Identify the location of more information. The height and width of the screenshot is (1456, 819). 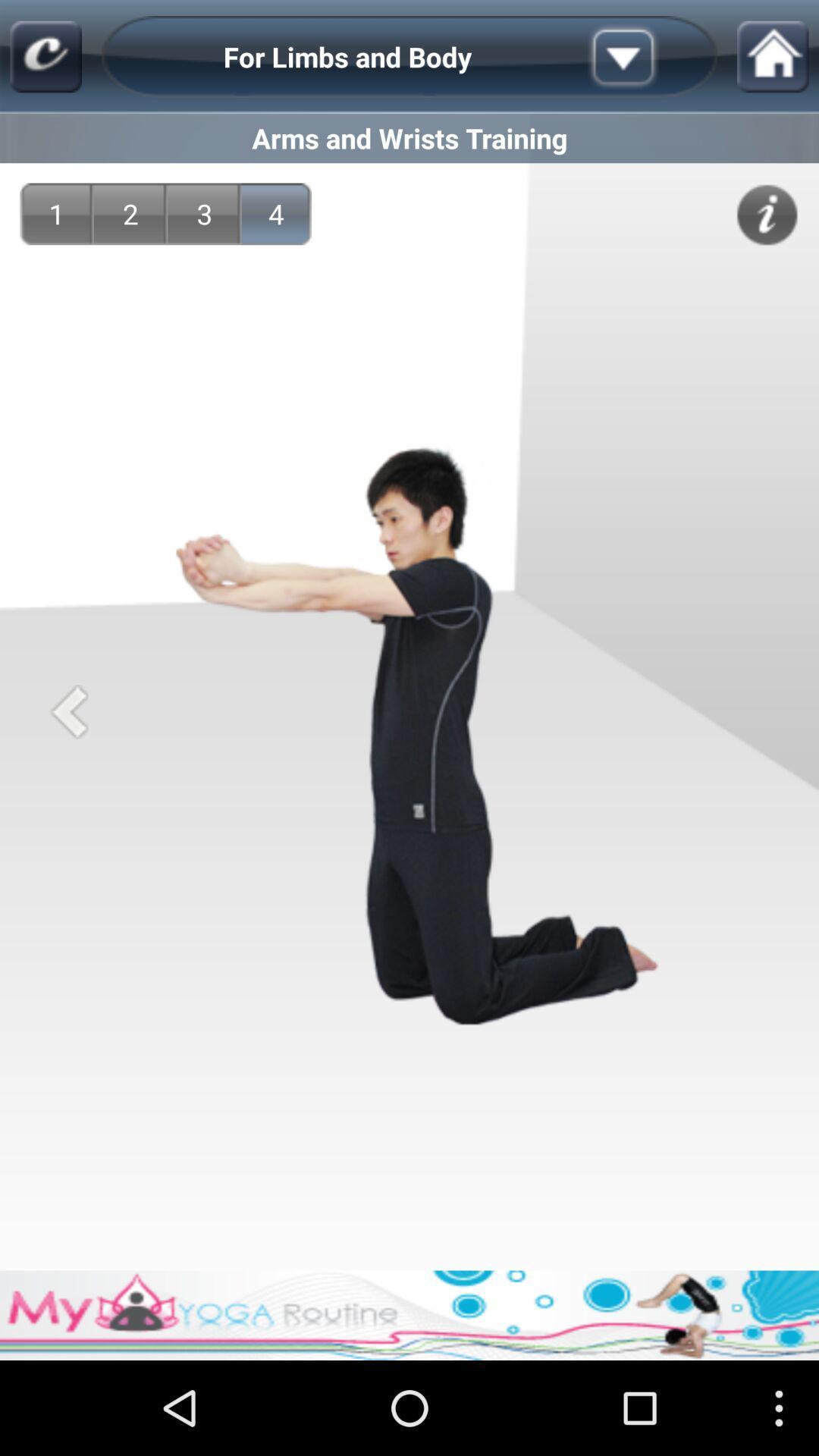
(767, 214).